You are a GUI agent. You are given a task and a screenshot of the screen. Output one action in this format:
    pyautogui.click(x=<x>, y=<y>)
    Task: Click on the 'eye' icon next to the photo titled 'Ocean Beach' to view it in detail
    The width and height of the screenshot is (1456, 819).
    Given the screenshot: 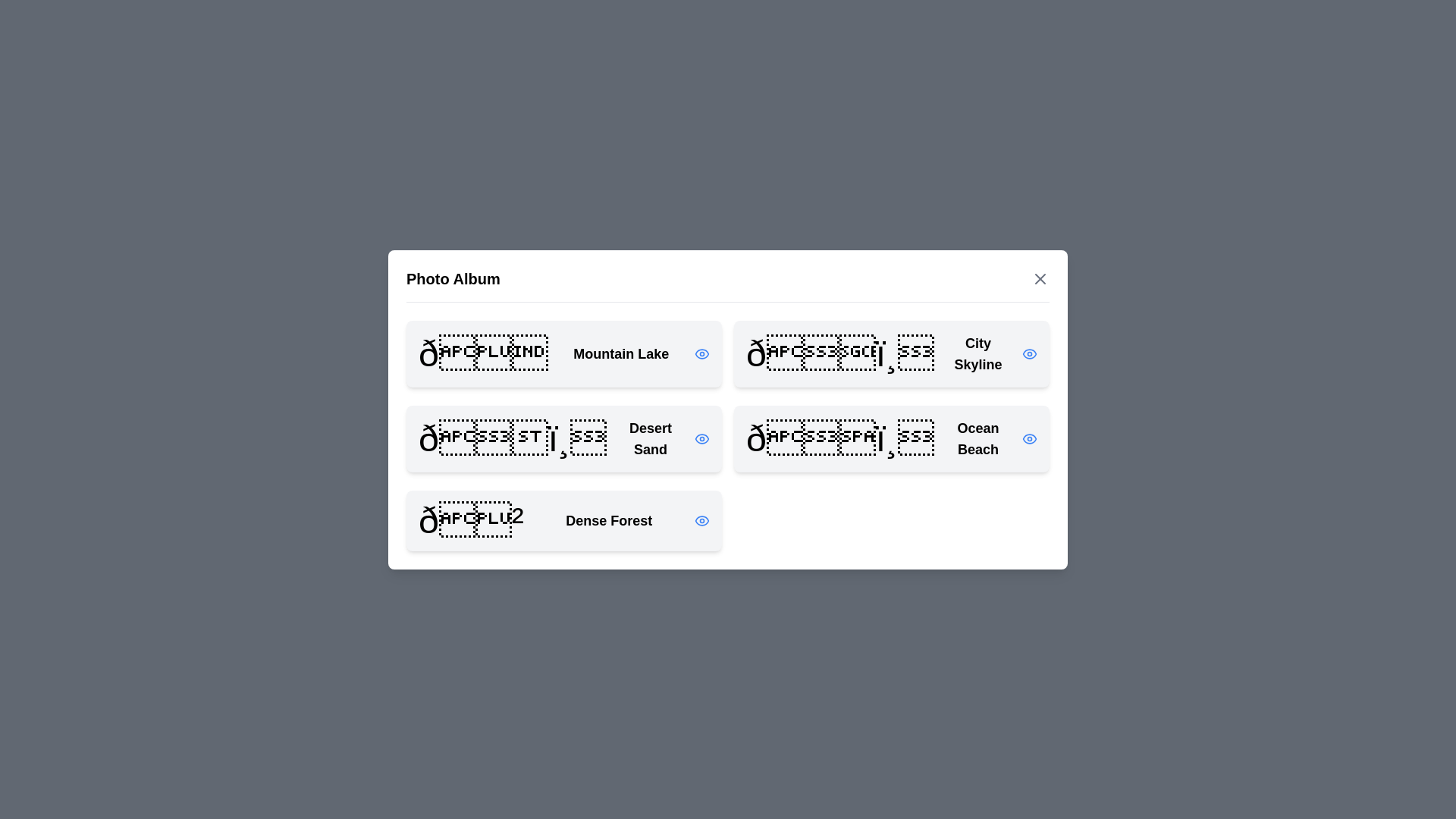 What is the action you would take?
    pyautogui.click(x=1030, y=438)
    